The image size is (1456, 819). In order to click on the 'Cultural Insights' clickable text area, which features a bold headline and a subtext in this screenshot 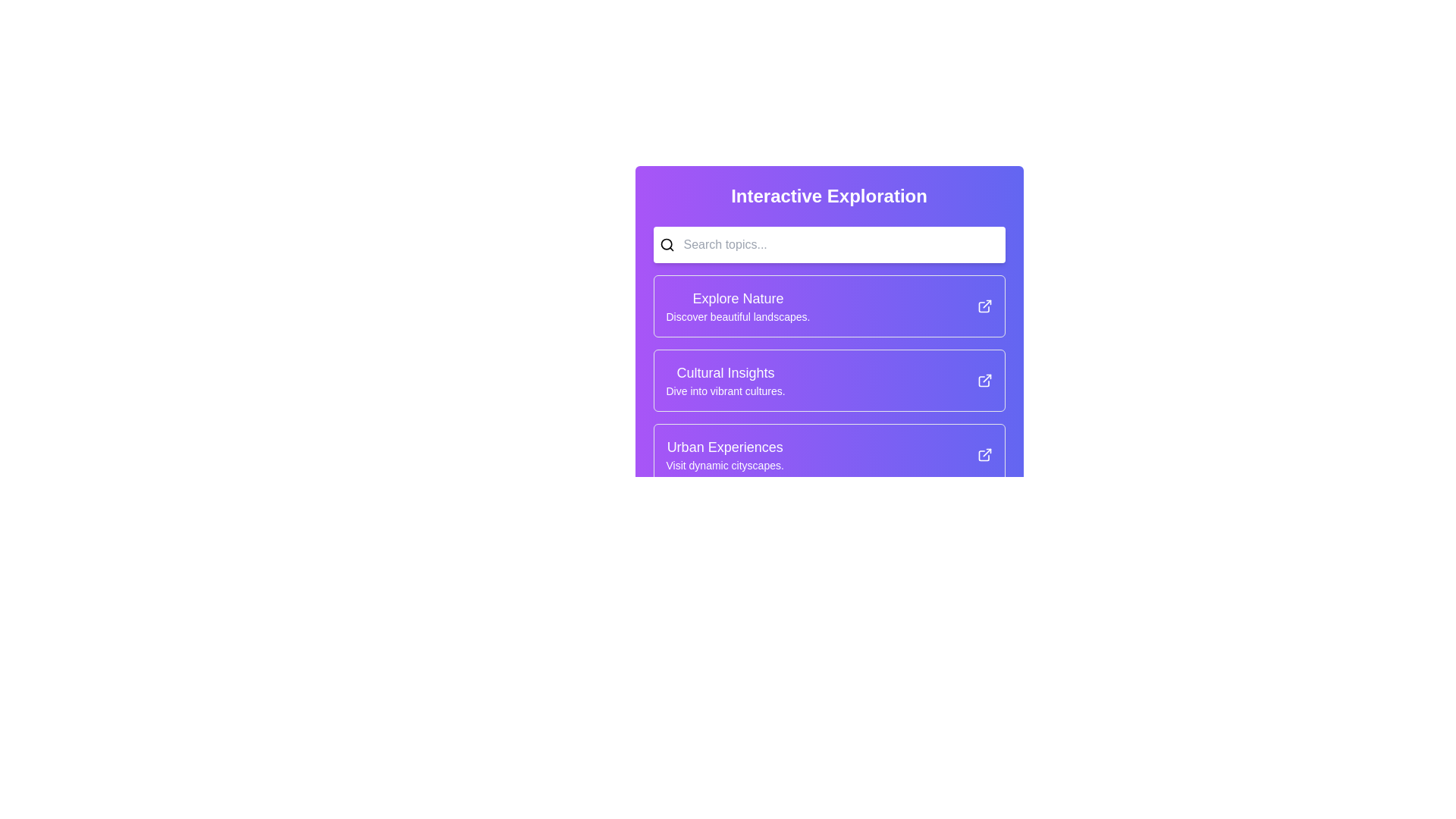, I will do `click(725, 379)`.